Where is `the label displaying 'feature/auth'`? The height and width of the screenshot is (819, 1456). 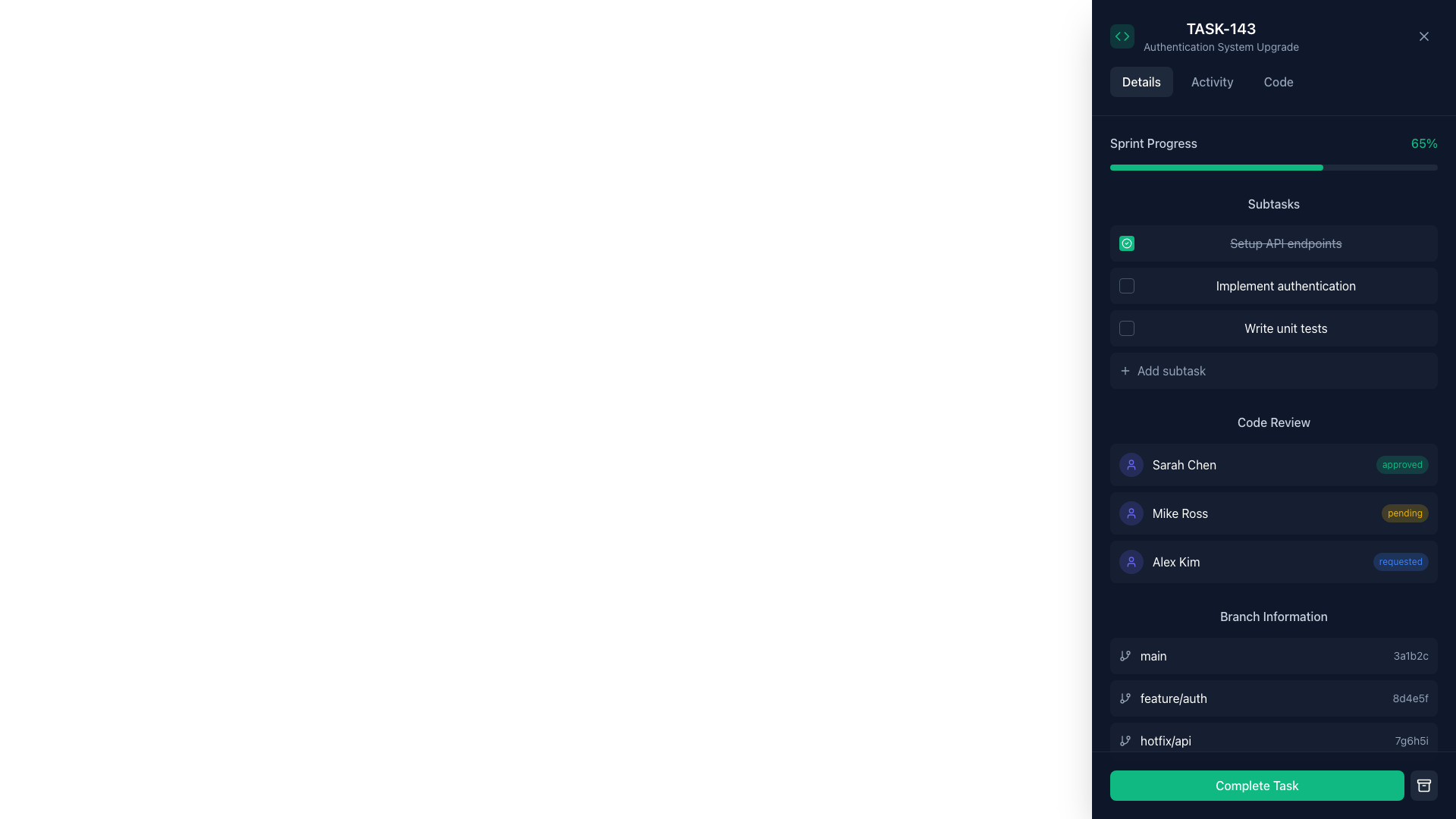
the label displaying 'feature/auth' is located at coordinates (1163, 698).